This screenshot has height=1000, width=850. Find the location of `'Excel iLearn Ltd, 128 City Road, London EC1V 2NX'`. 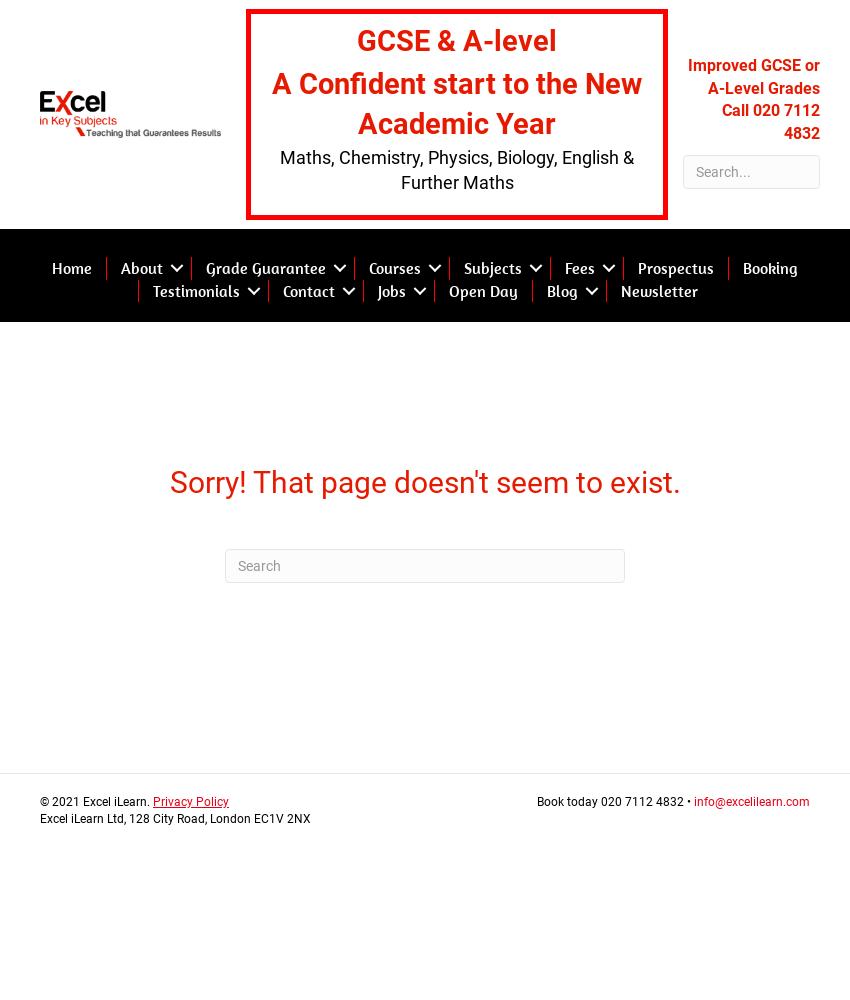

'Excel iLearn Ltd, 128 City Road, London EC1V 2NX' is located at coordinates (174, 817).